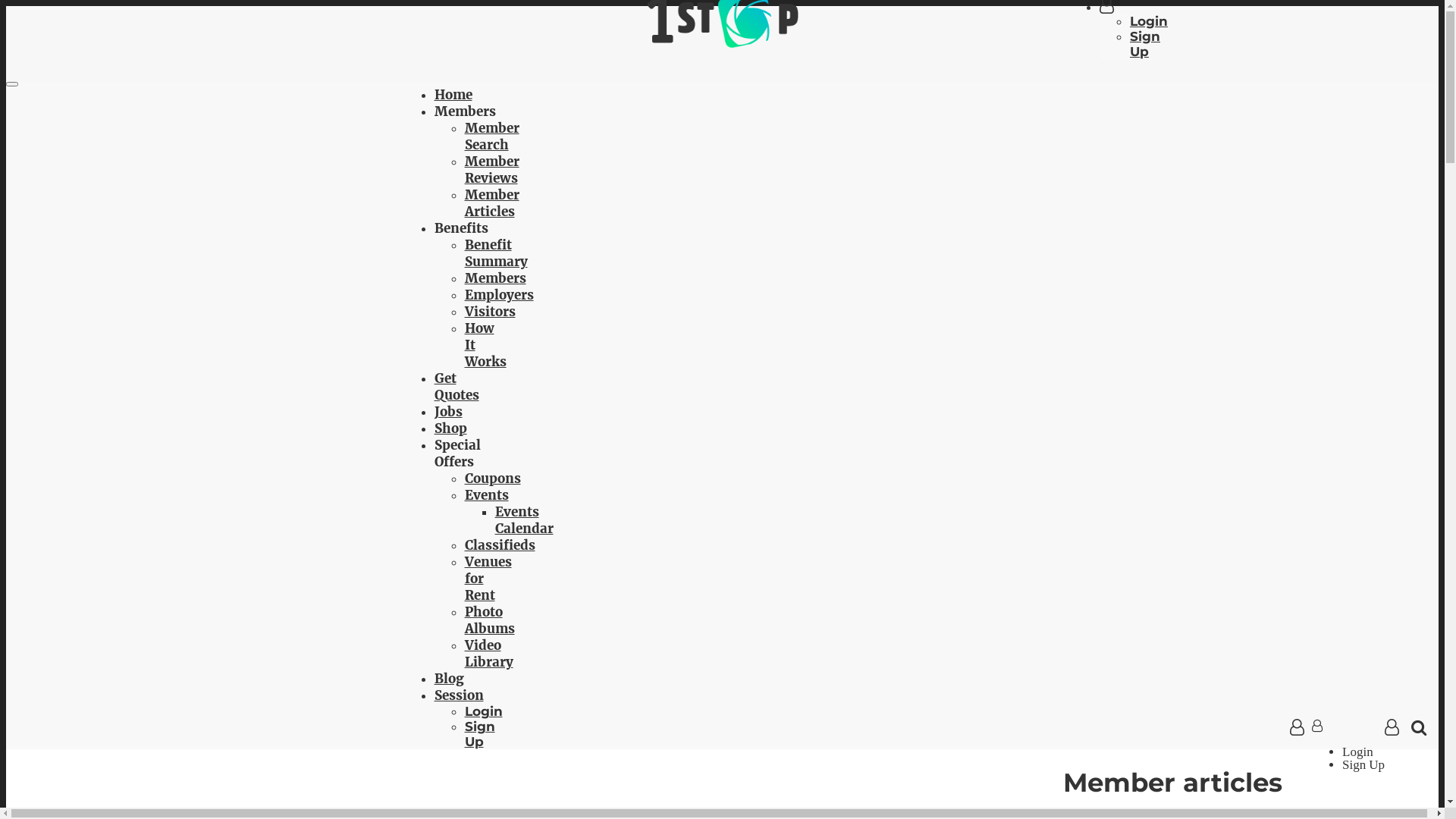  I want to click on '1STOP-PHOTOGRAPHY', so click(720, 42).